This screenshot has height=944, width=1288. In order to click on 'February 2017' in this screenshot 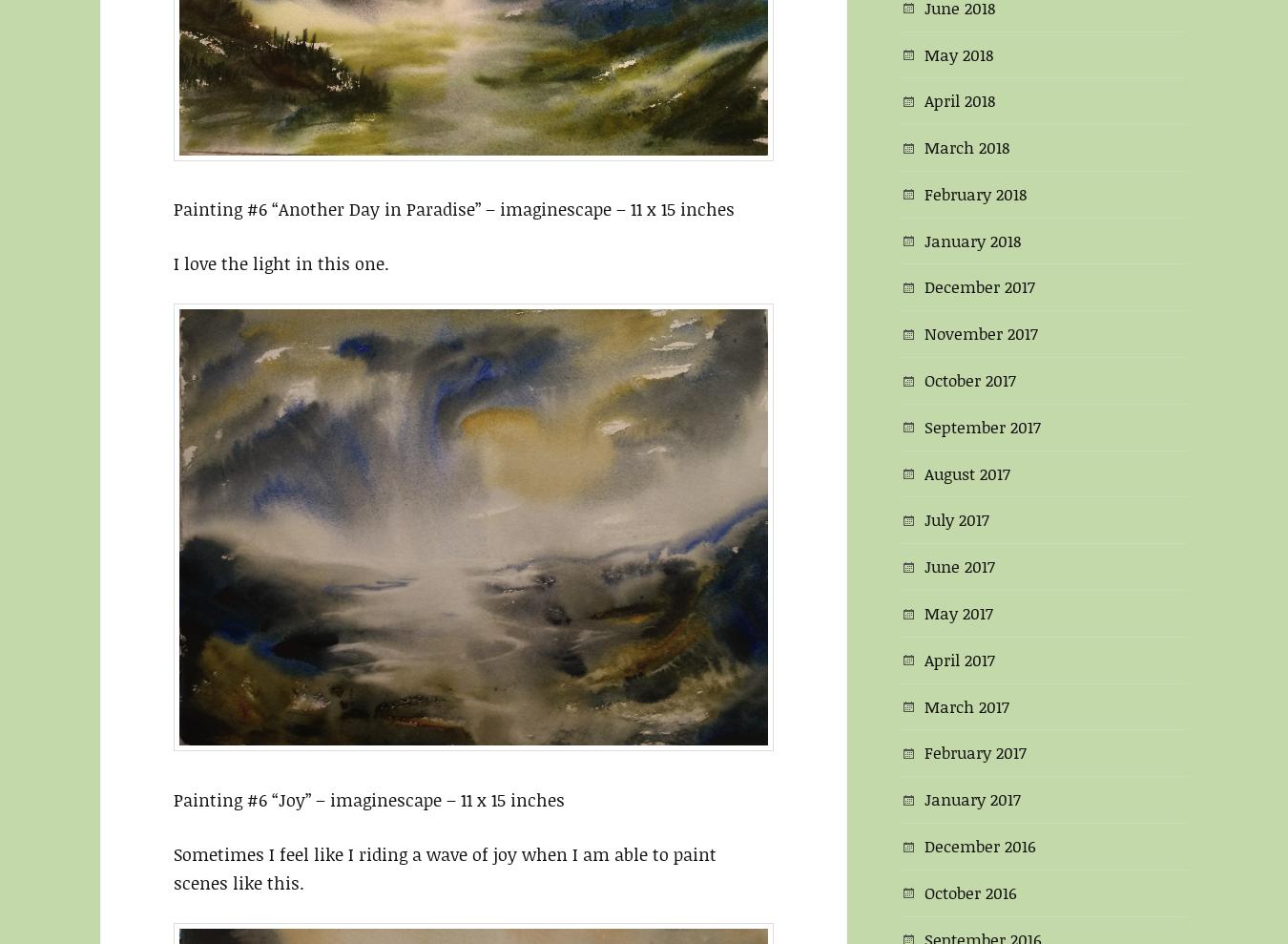, I will do `click(975, 751)`.